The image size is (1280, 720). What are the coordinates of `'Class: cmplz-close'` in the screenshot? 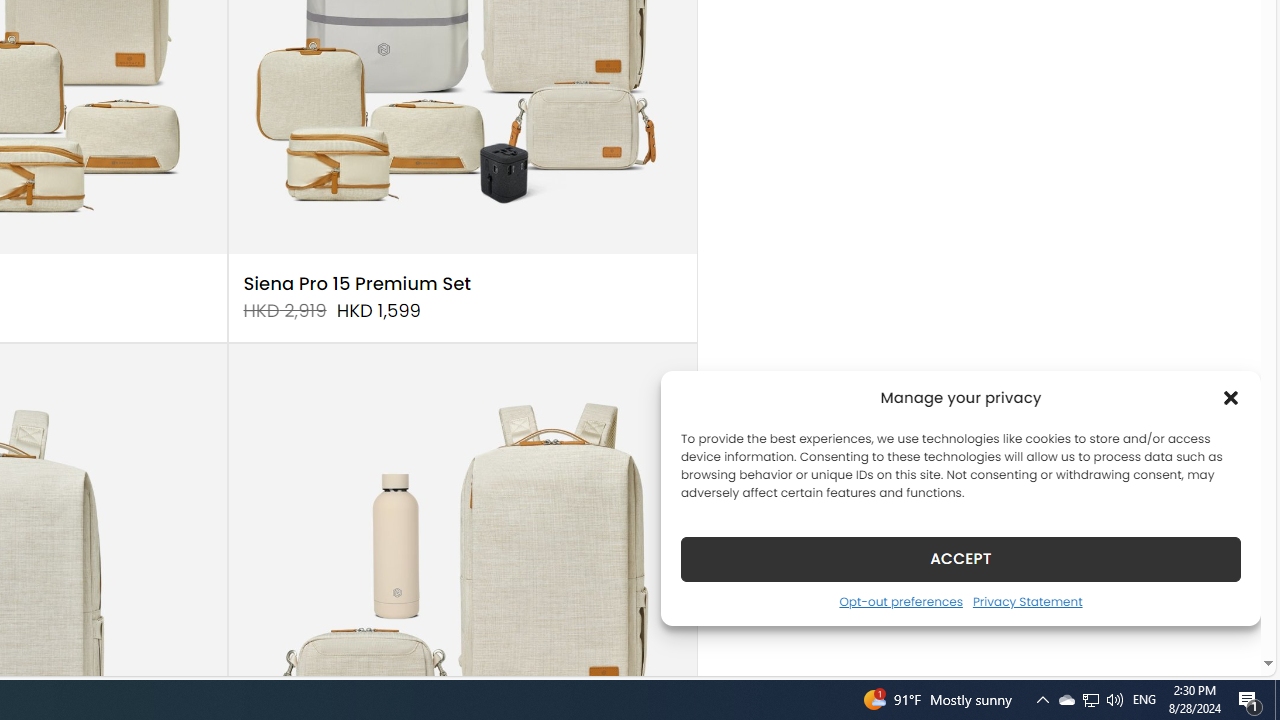 It's located at (1230, 397).